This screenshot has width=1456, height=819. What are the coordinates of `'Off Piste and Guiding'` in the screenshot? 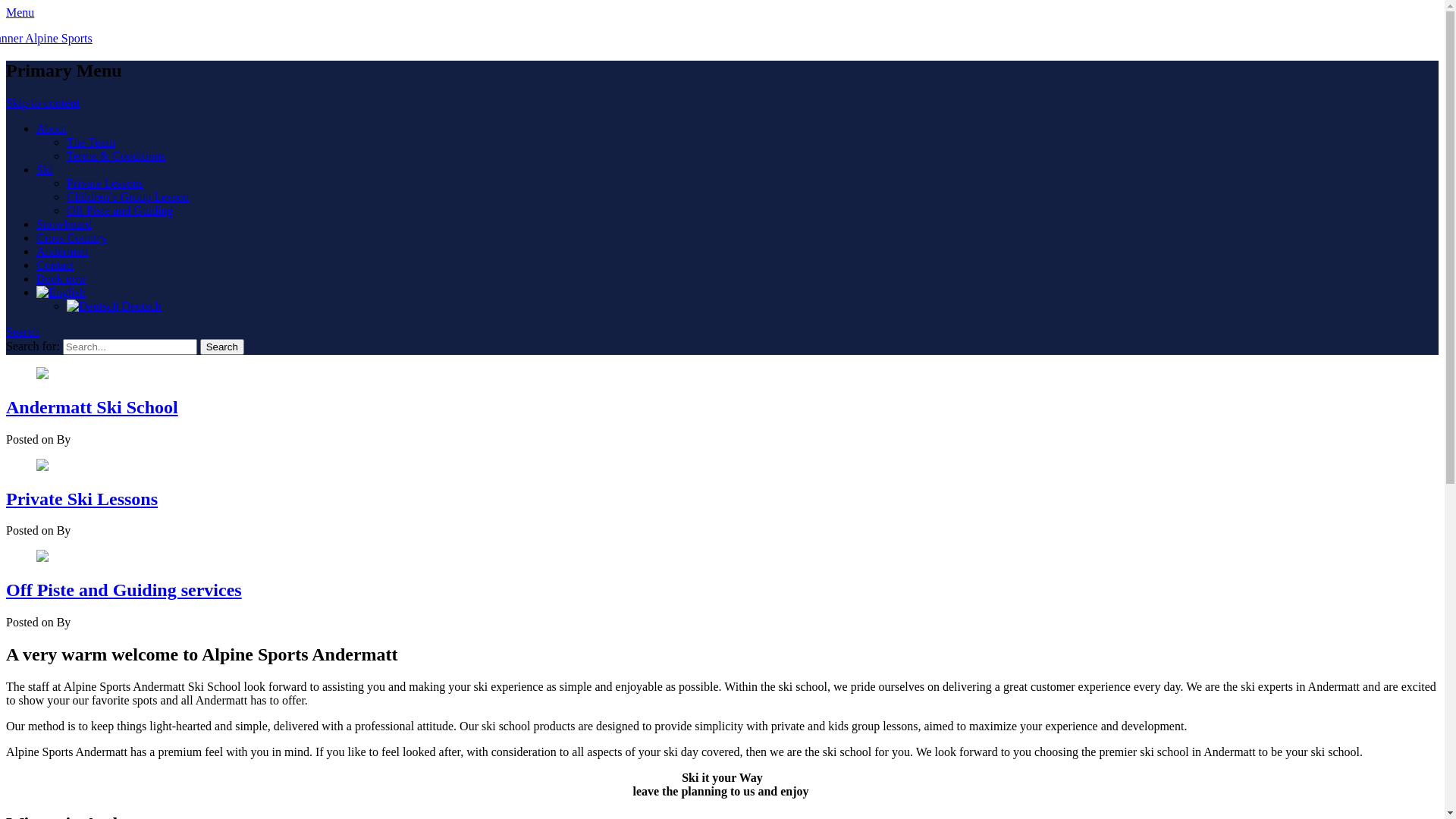 It's located at (65, 210).